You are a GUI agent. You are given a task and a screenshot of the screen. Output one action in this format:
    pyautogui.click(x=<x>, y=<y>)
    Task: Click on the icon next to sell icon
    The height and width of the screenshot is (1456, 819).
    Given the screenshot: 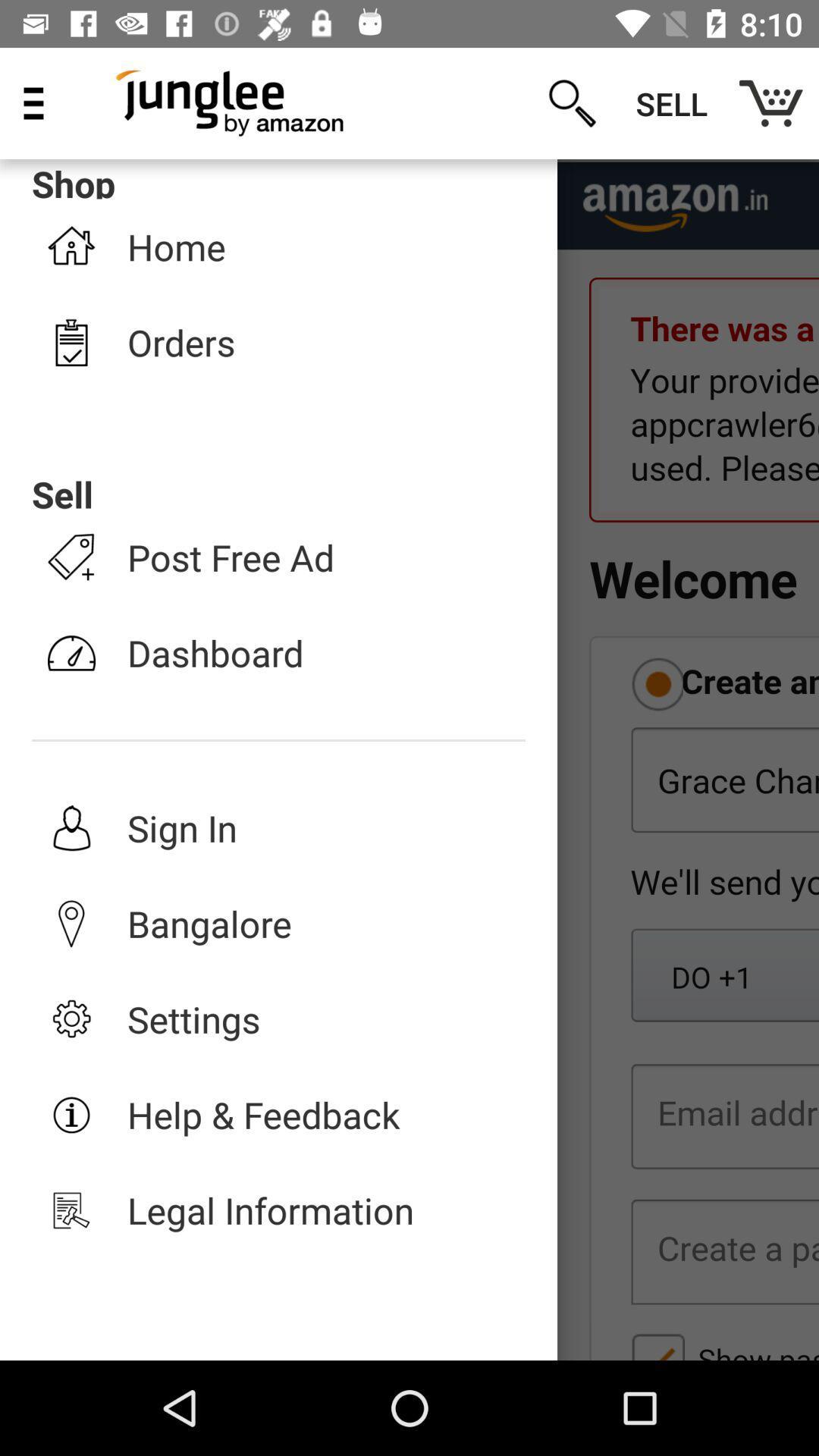 What is the action you would take?
    pyautogui.click(x=771, y=102)
    